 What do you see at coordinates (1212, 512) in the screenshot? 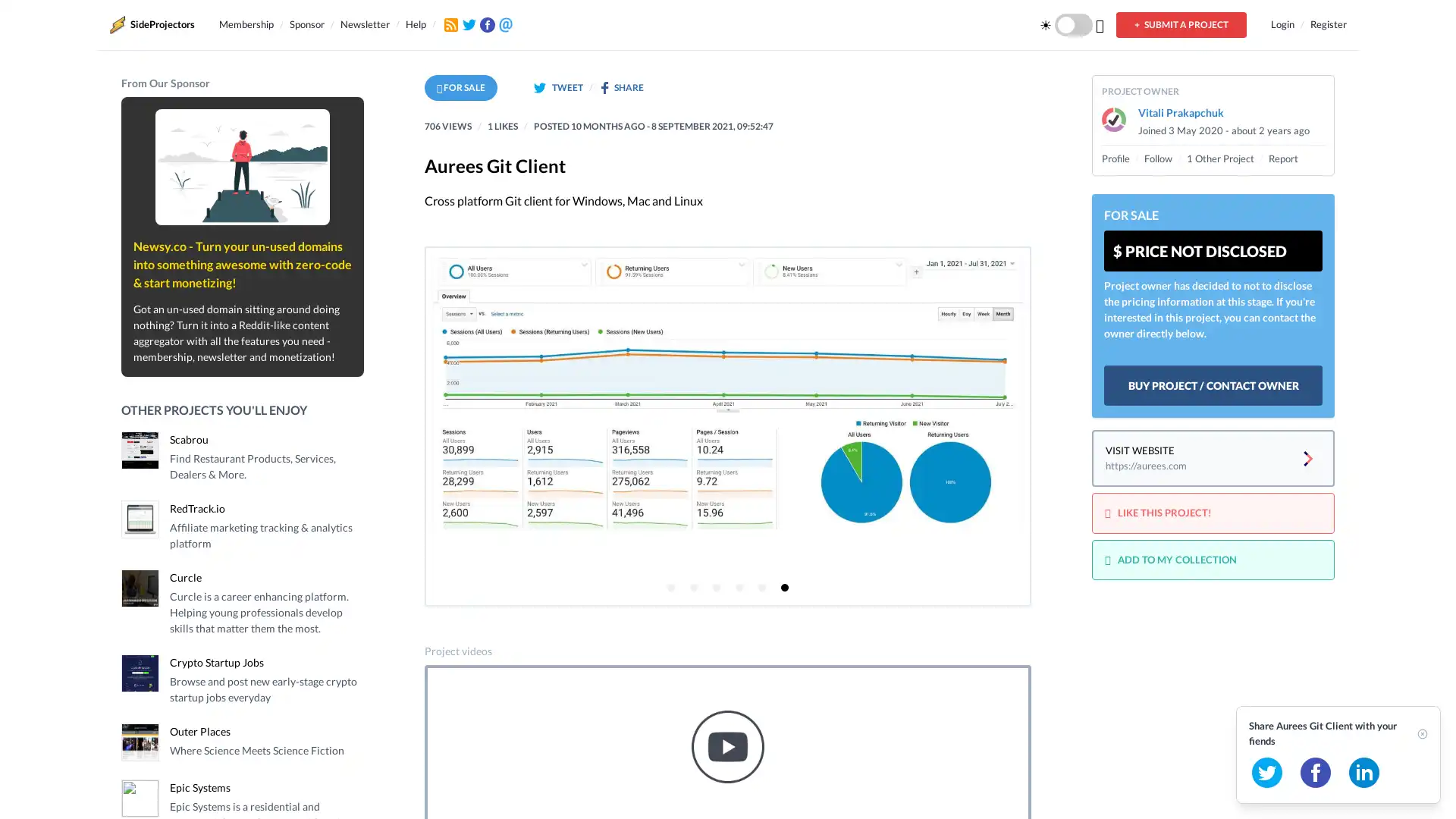
I see `LIKE THIS PROJECT!` at bounding box center [1212, 512].